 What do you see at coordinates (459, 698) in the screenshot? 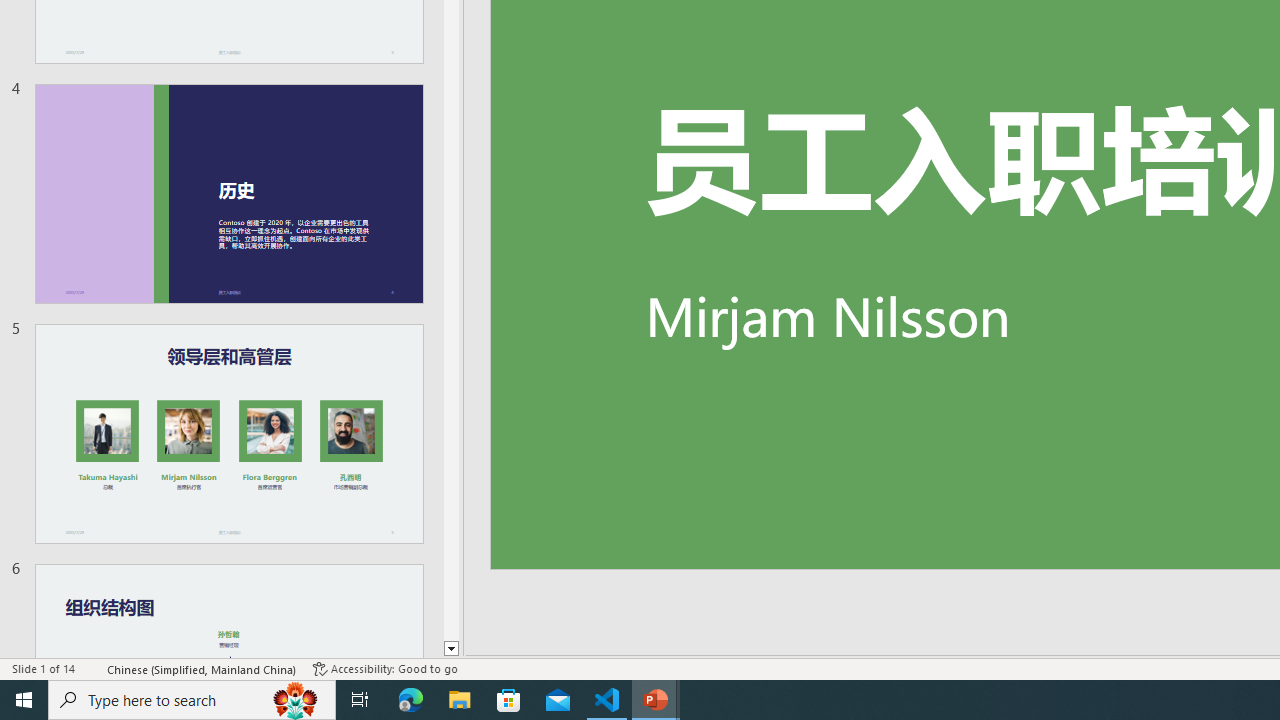
I see `'File Explorer'` at bounding box center [459, 698].